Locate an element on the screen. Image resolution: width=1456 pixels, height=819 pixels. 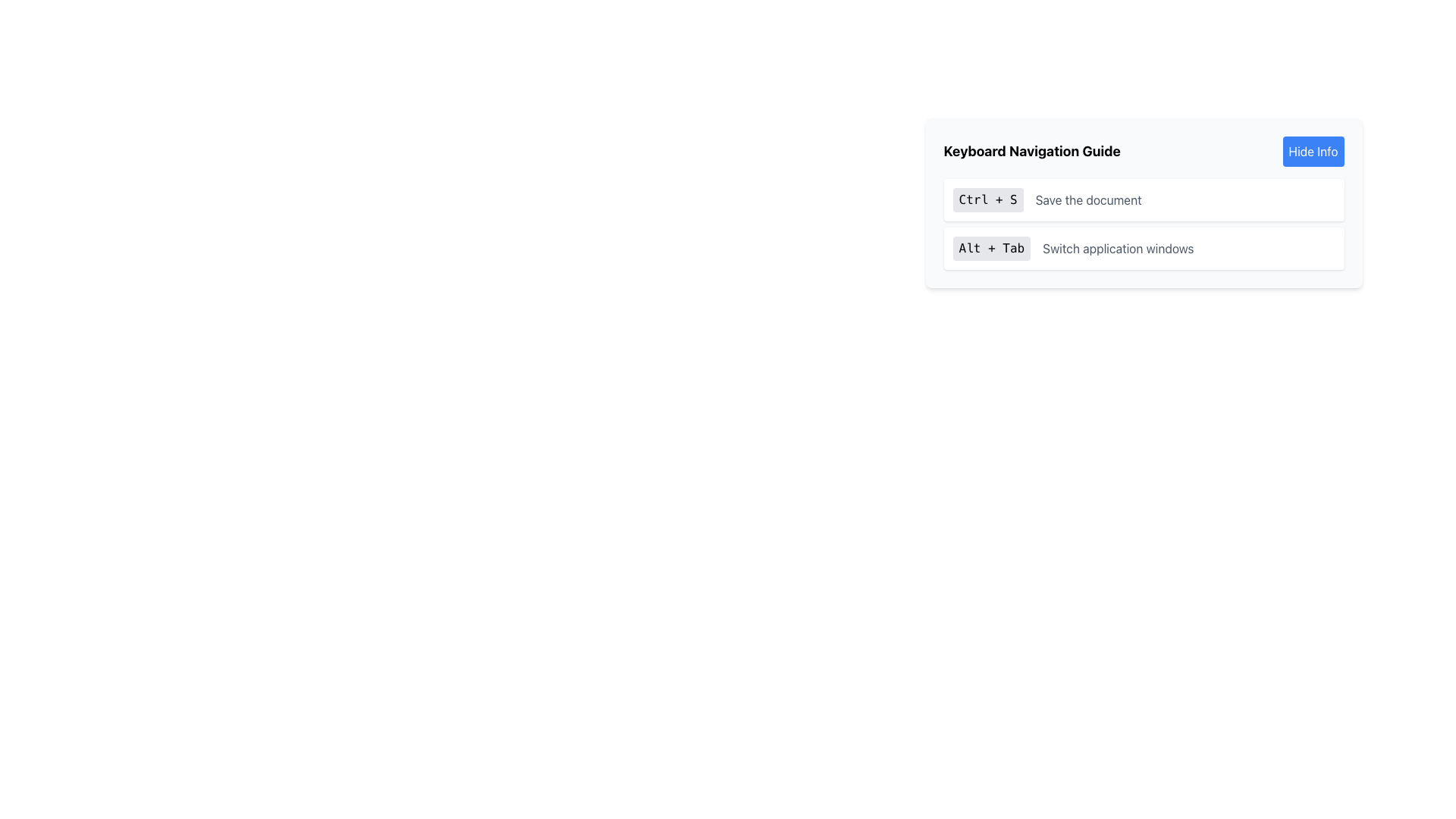
information presented in the Instructional Item displaying 'Ctrl + S' and 'Save the document' located in the 'Keyboard Navigation Guide' section at the top-right corner of the interface is located at coordinates (1144, 199).